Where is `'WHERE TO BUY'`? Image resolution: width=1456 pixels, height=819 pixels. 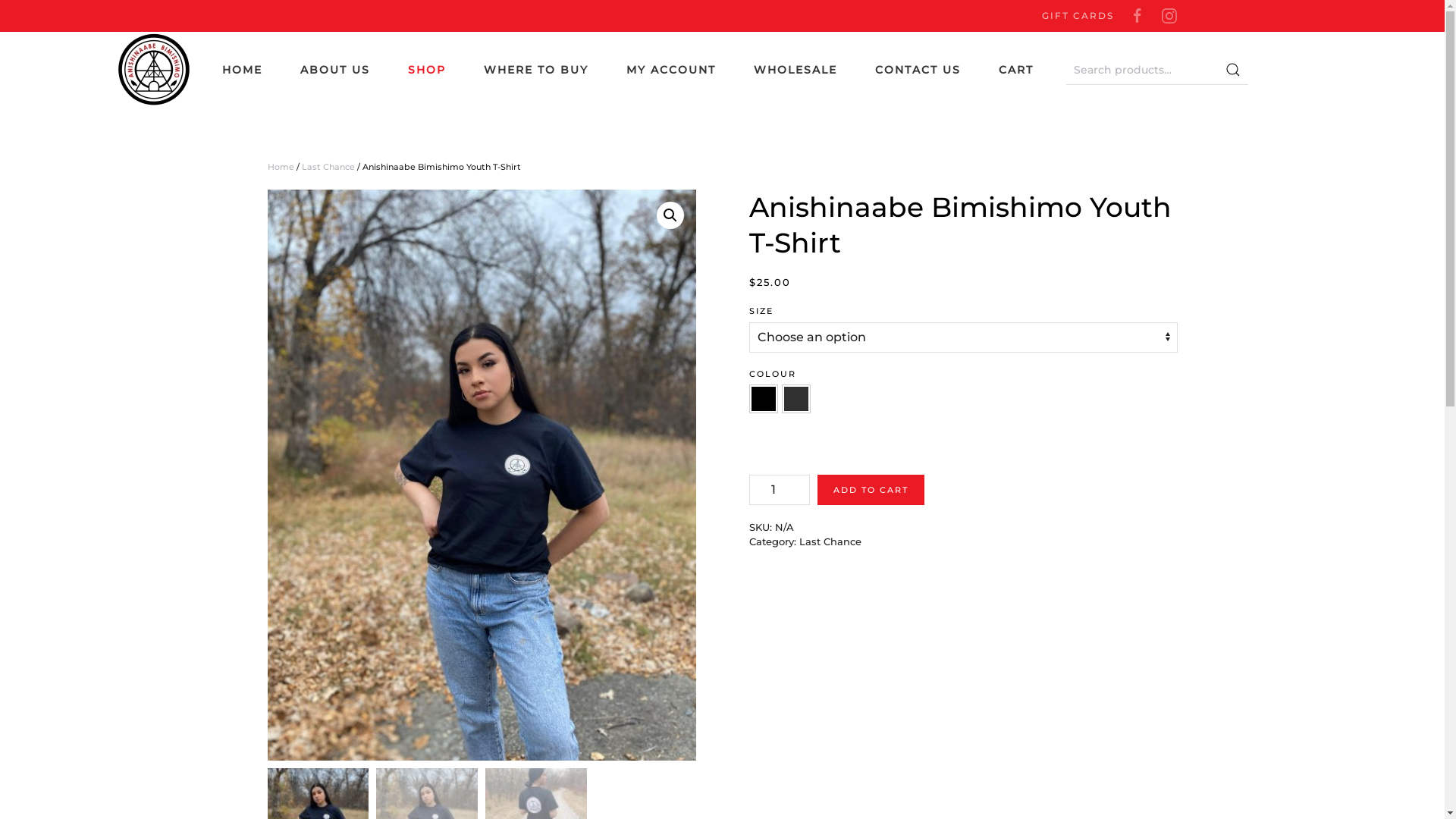
'WHERE TO BUY' is located at coordinates (535, 70).